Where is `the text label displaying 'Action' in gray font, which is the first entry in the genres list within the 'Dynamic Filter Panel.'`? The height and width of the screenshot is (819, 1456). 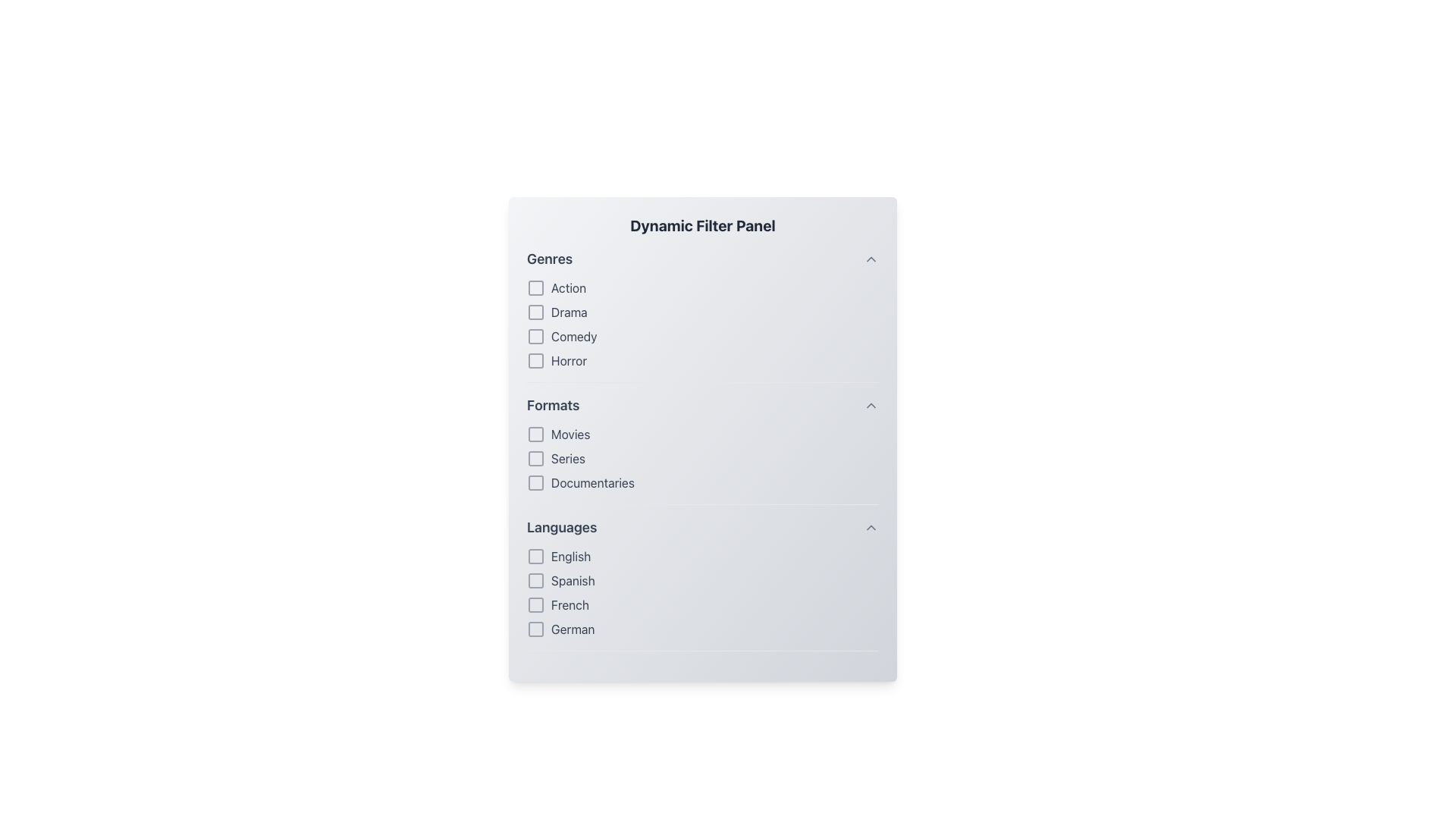 the text label displaying 'Action' in gray font, which is the first entry in the genres list within the 'Dynamic Filter Panel.' is located at coordinates (568, 288).